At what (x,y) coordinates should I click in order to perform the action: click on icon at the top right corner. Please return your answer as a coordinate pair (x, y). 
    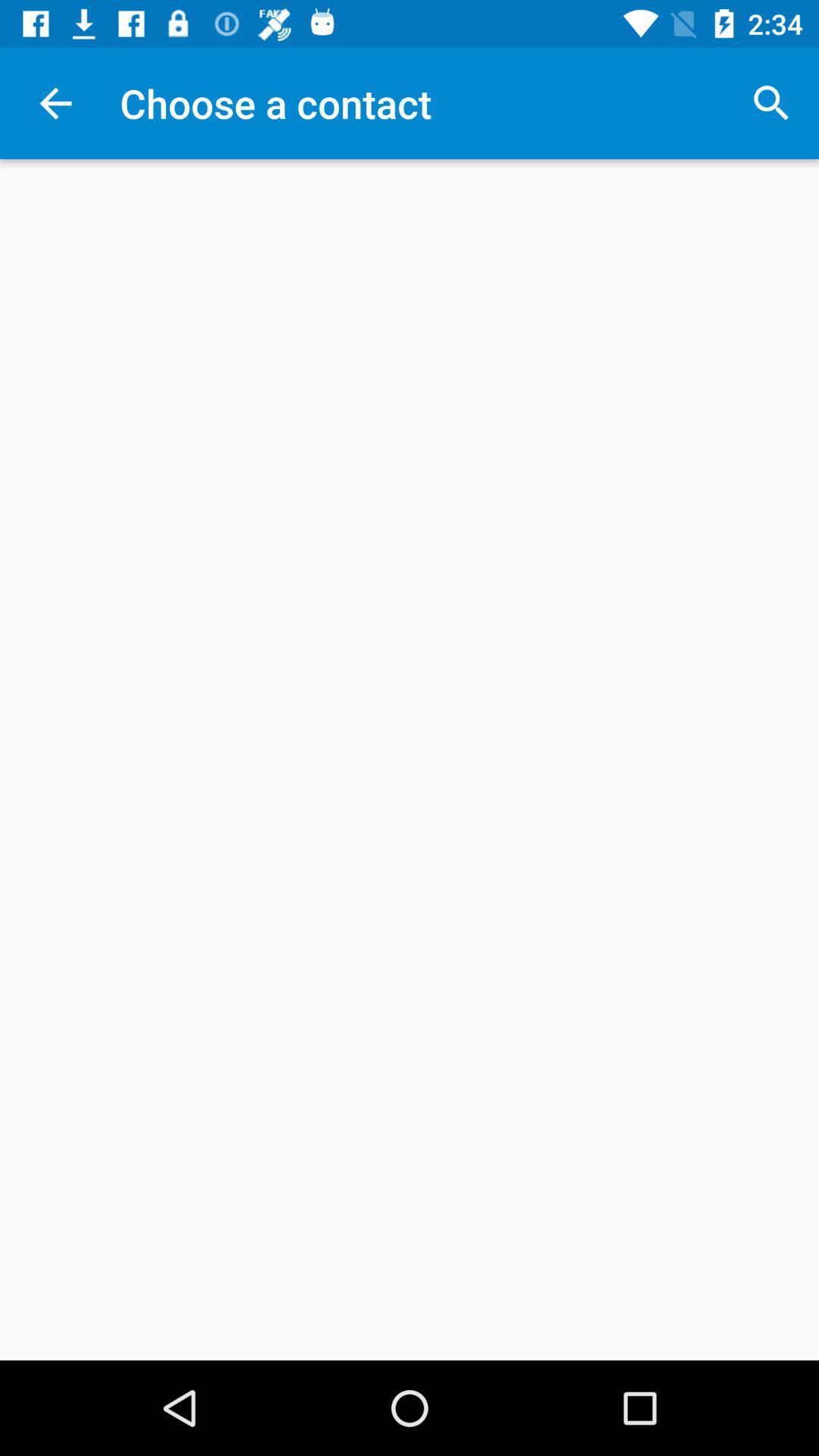
    Looking at the image, I should click on (771, 102).